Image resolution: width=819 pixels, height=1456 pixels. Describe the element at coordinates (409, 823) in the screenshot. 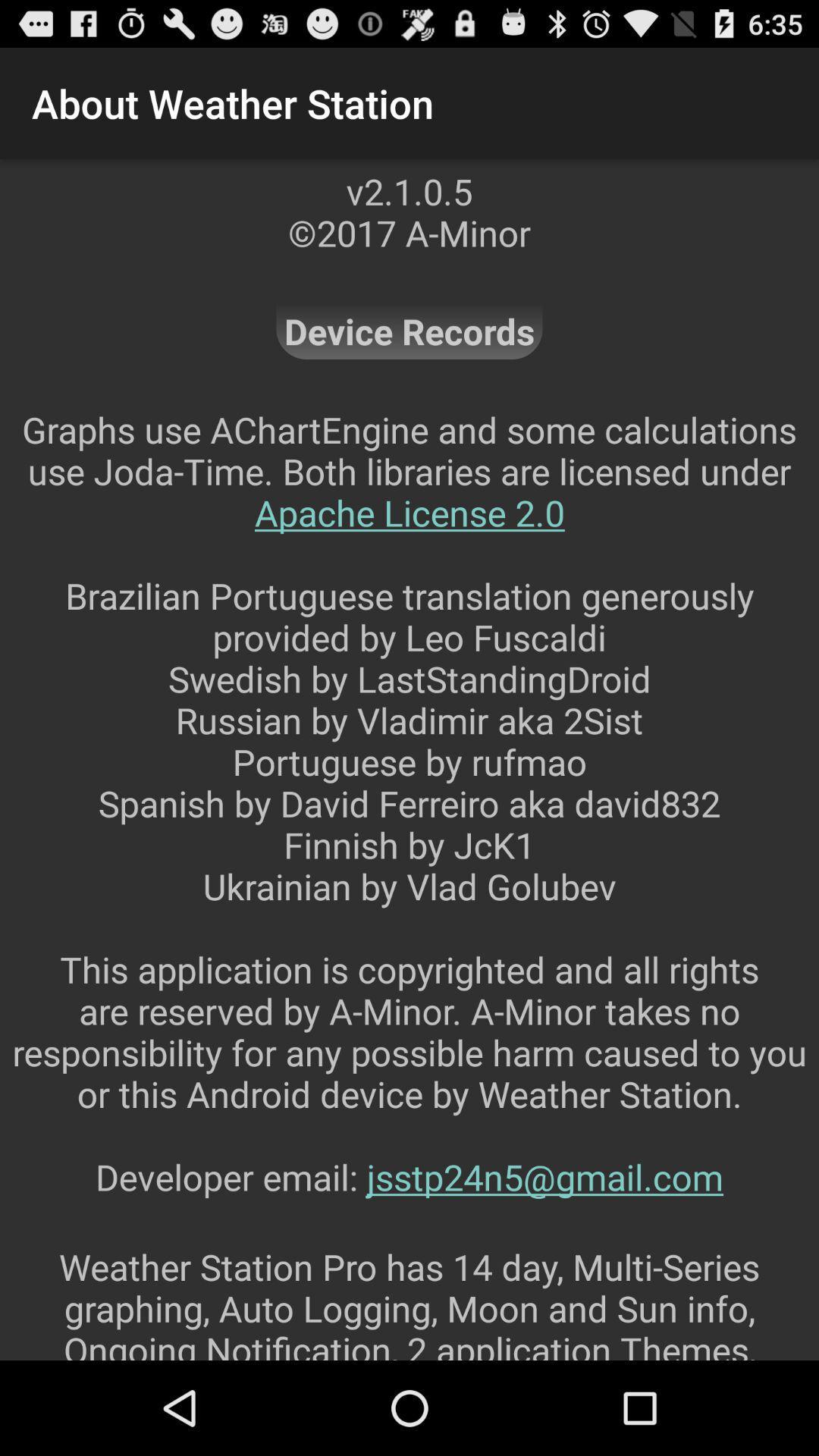

I see `graphs use achartengine item` at that location.